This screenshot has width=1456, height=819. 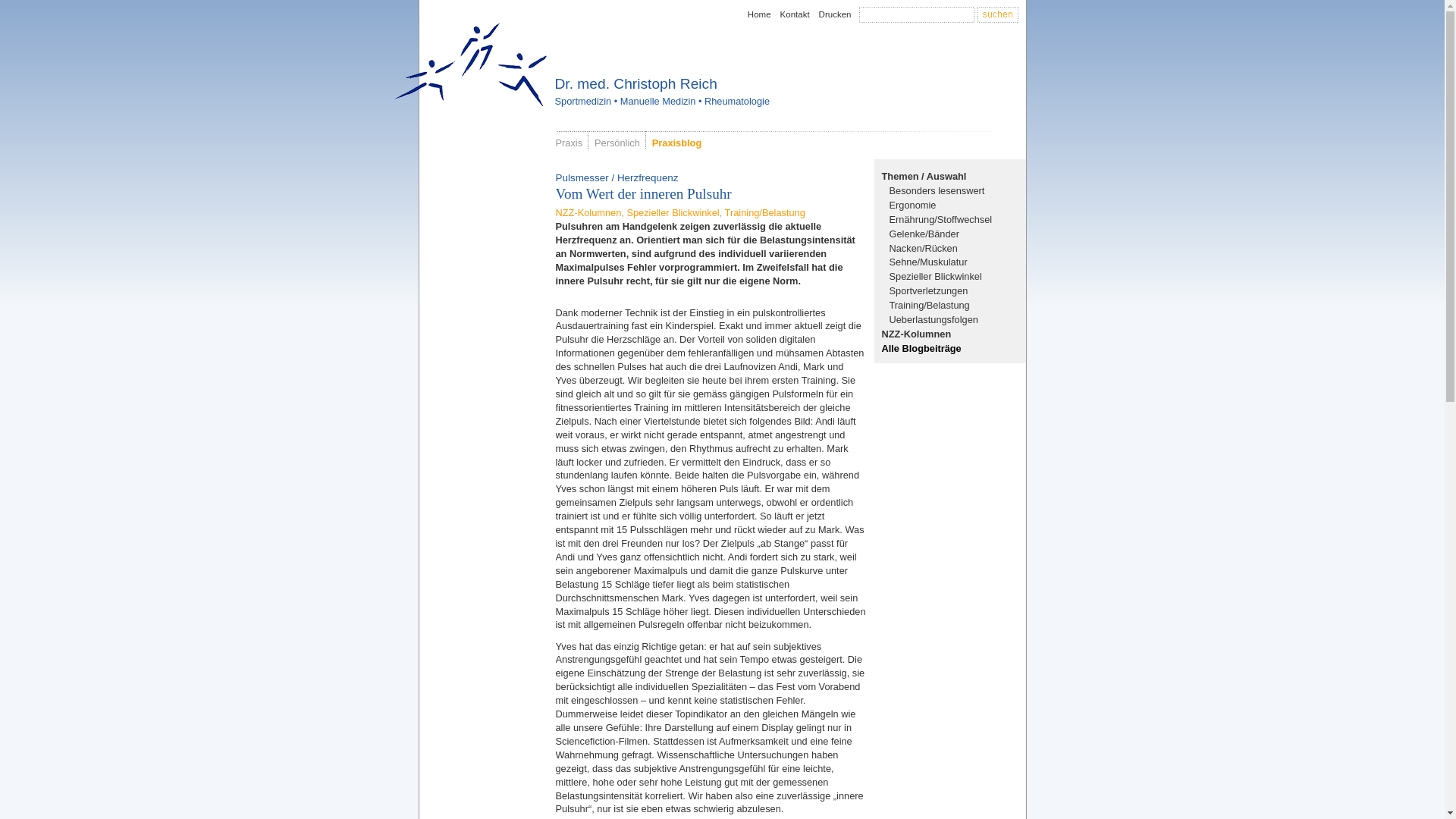 What do you see at coordinates (567, 143) in the screenshot?
I see `'Praxis'` at bounding box center [567, 143].